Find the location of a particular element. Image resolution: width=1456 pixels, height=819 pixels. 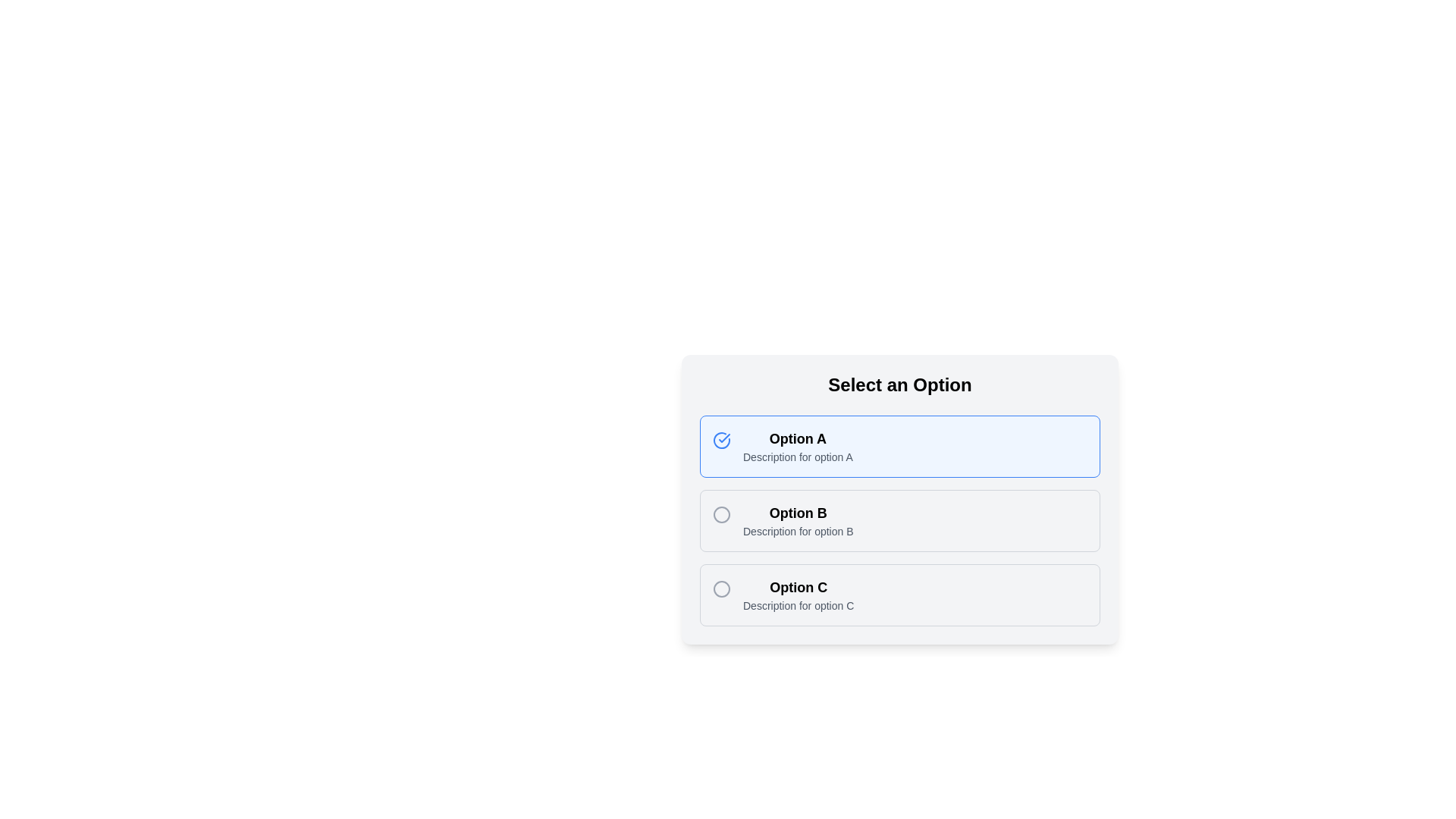

the unselected state Circle (SVG Component) of the radio button labeled 'Option B' in the 'Select an Option' section is located at coordinates (720, 513).